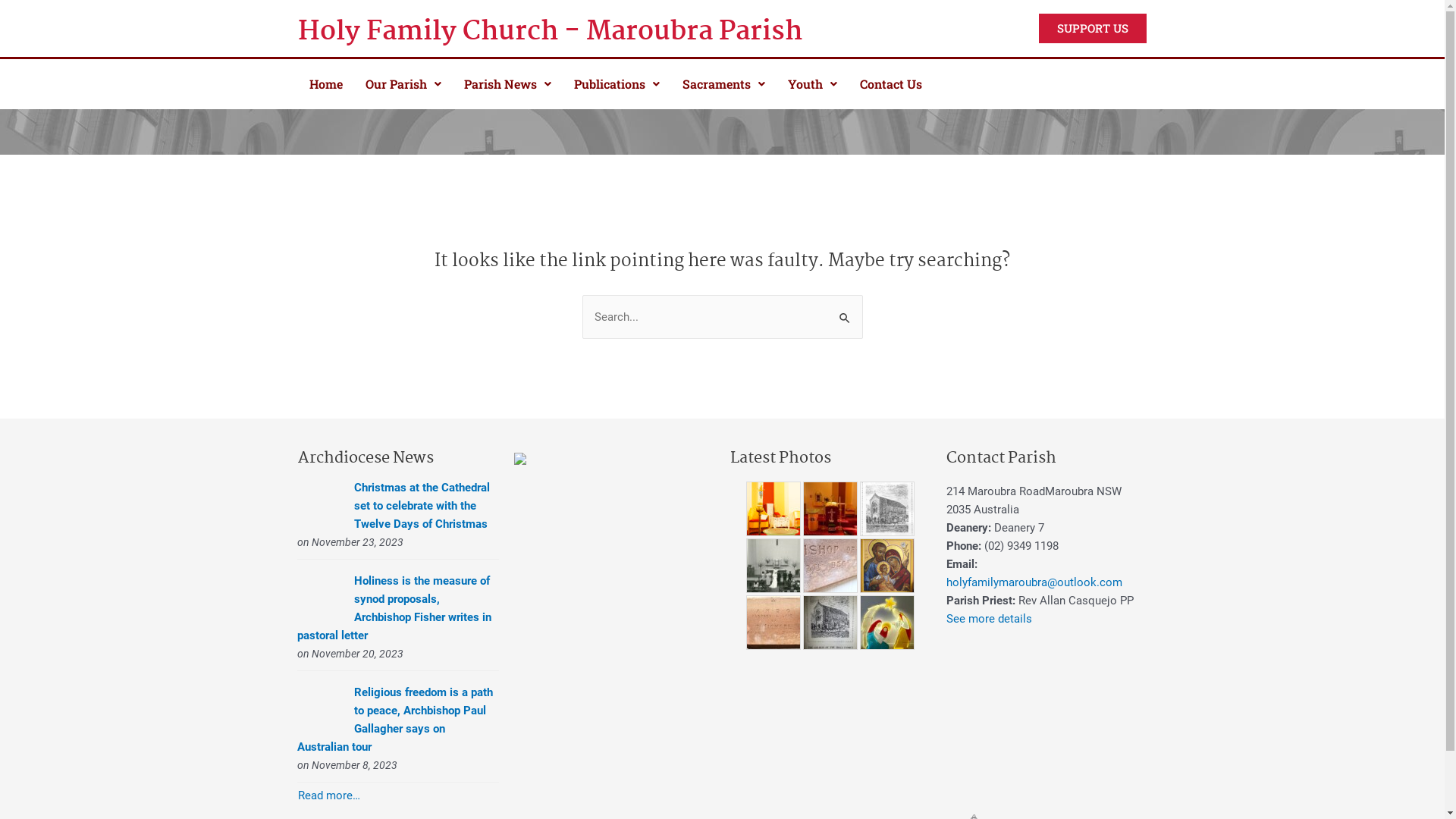 The image size is (1456, 819). I want to click on 'Search', so click(844, 309).